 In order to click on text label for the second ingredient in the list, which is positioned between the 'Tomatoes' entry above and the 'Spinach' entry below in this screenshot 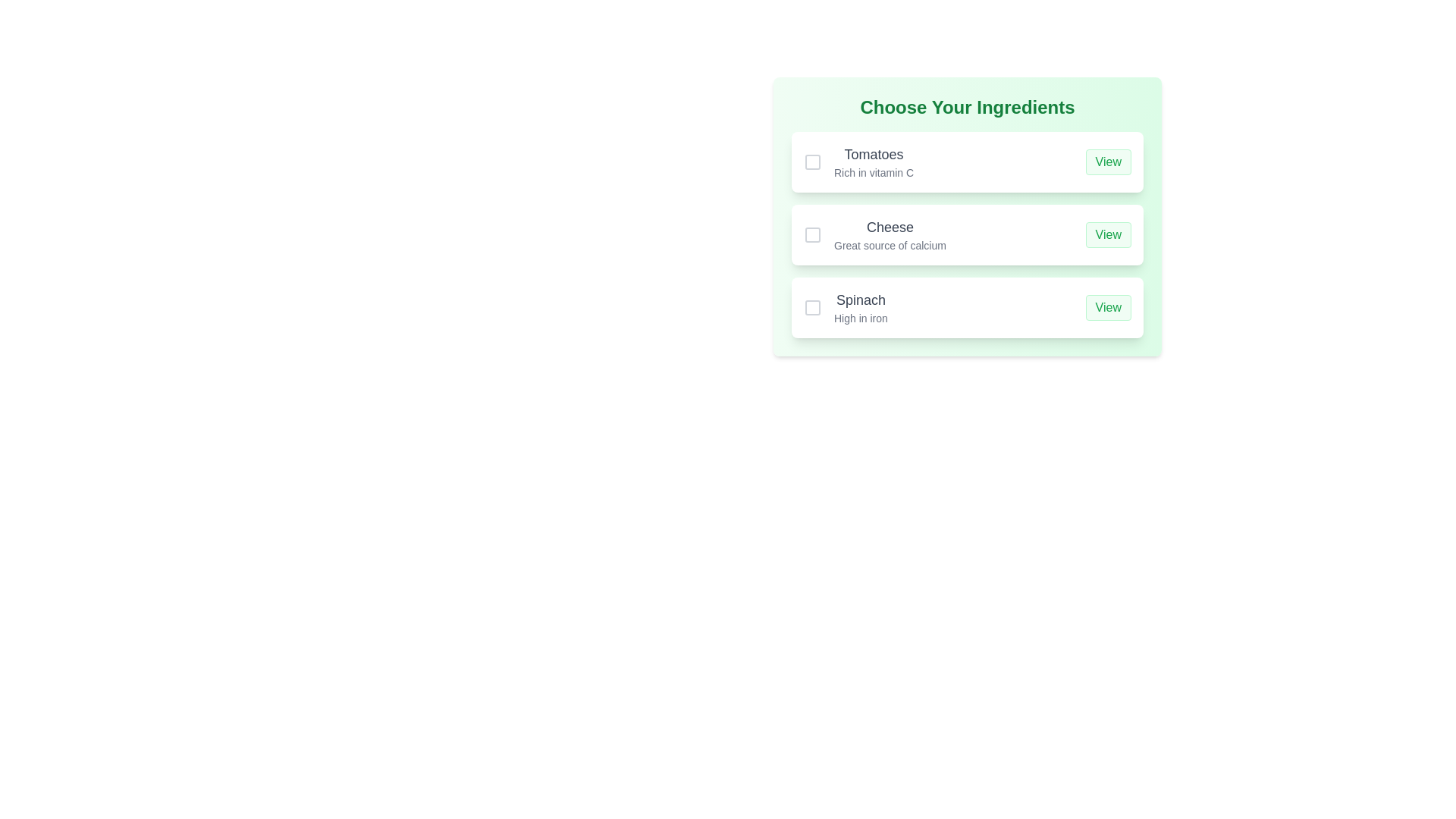, I will do `click(890, 227)`.